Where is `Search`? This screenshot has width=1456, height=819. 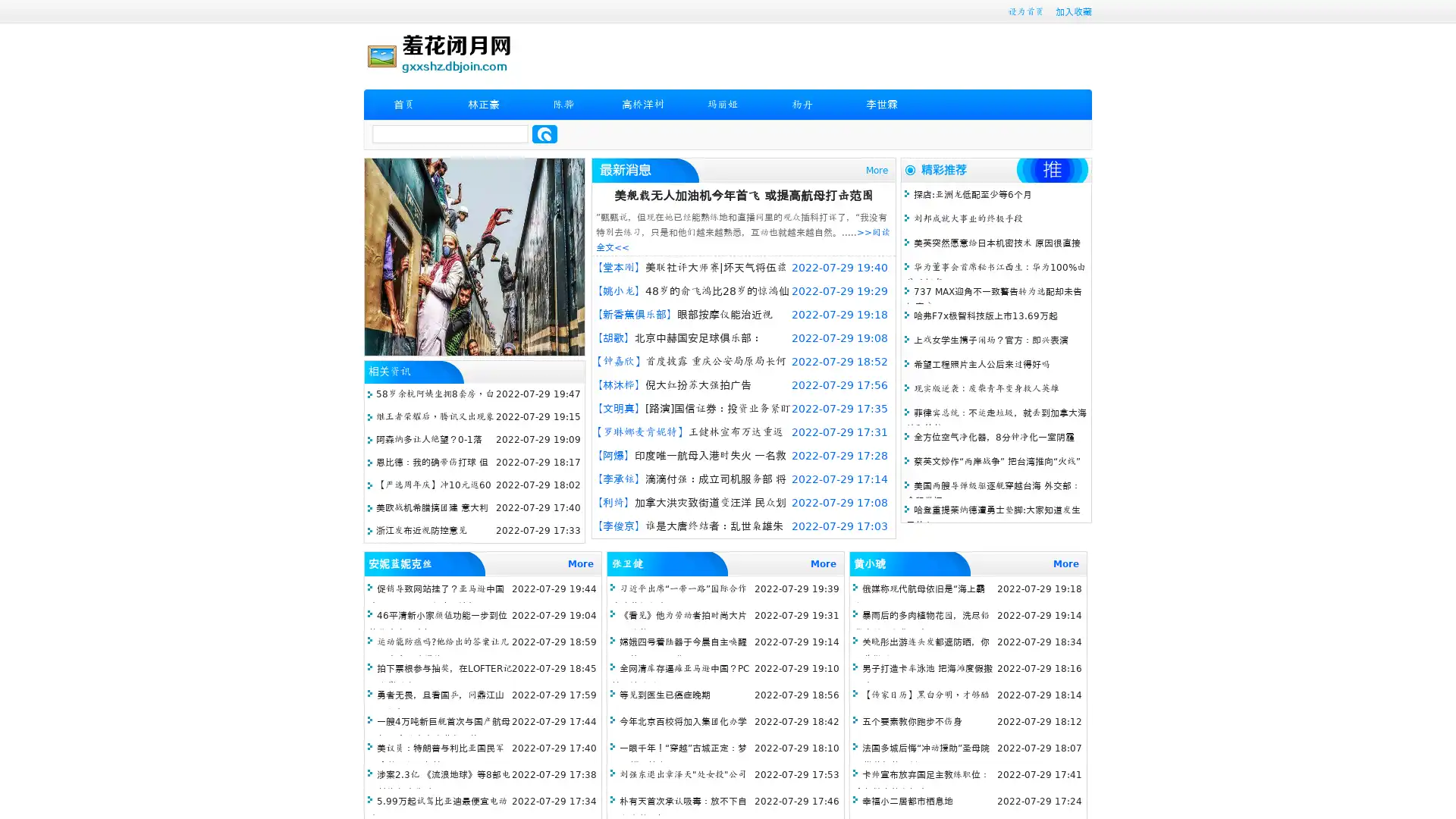 Search is located at coordinates (544, 133).